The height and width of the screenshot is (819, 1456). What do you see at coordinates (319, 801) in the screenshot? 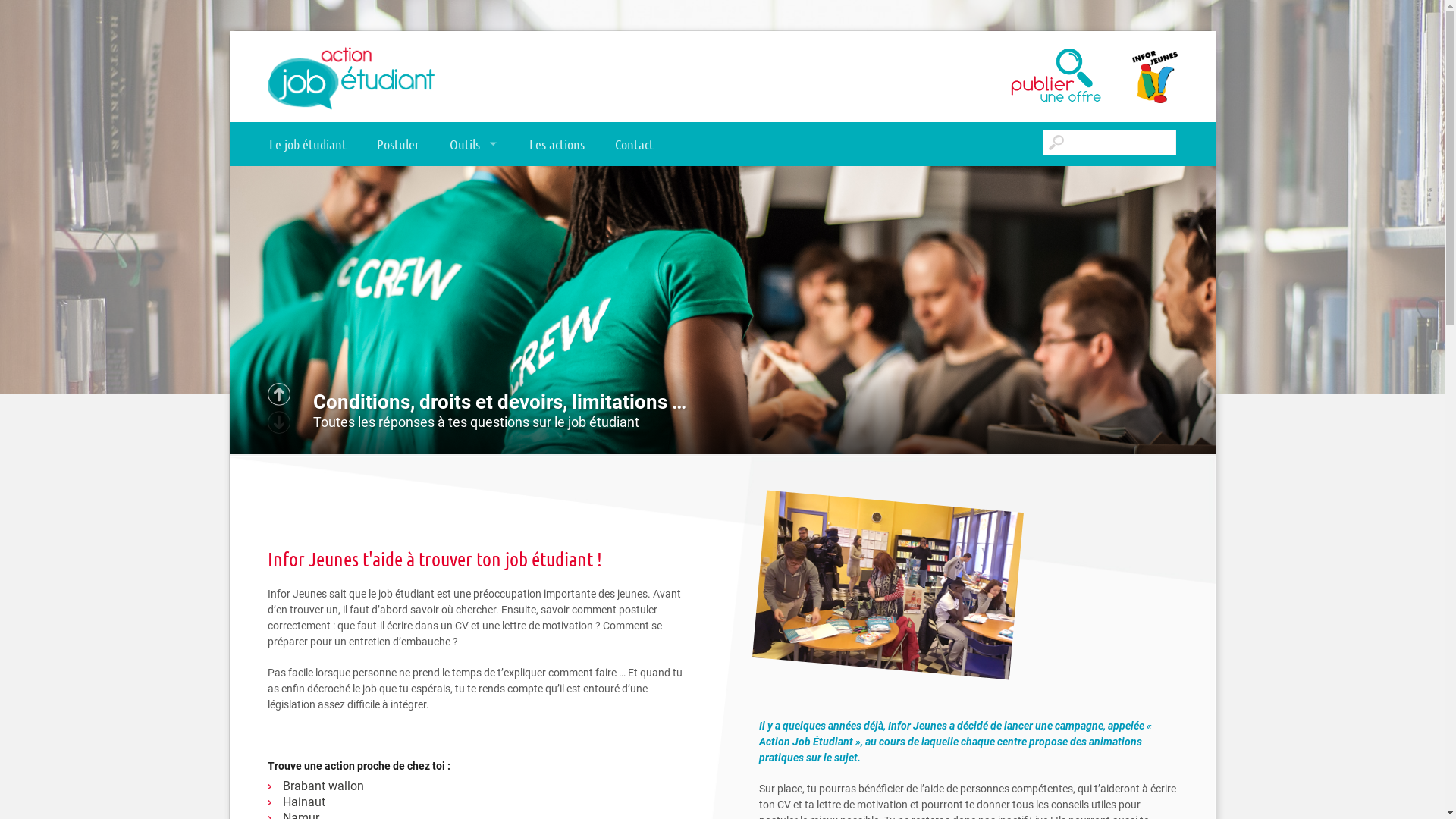
I see `'Hainaut'` at bounding box center [319, 801].